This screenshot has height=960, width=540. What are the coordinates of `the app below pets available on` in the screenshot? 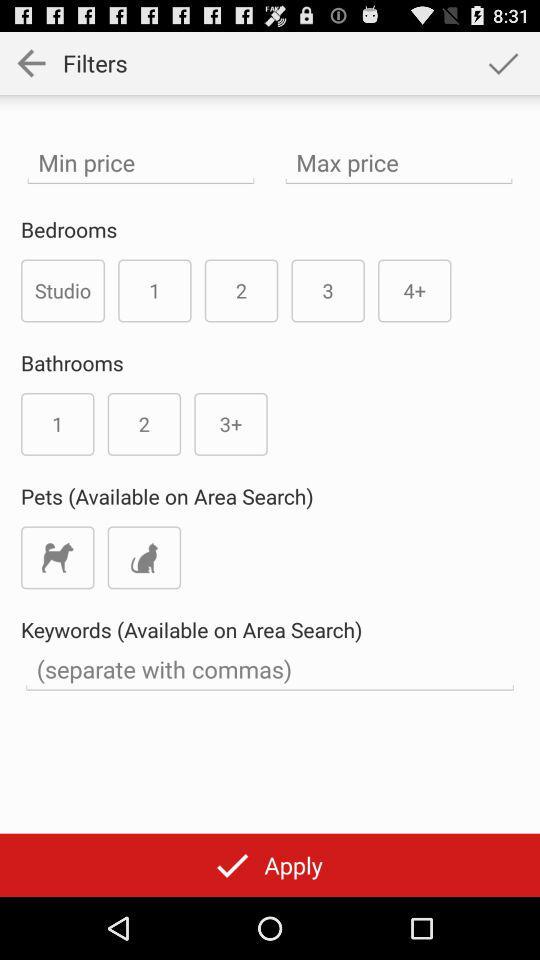 It's located at (57, 557).